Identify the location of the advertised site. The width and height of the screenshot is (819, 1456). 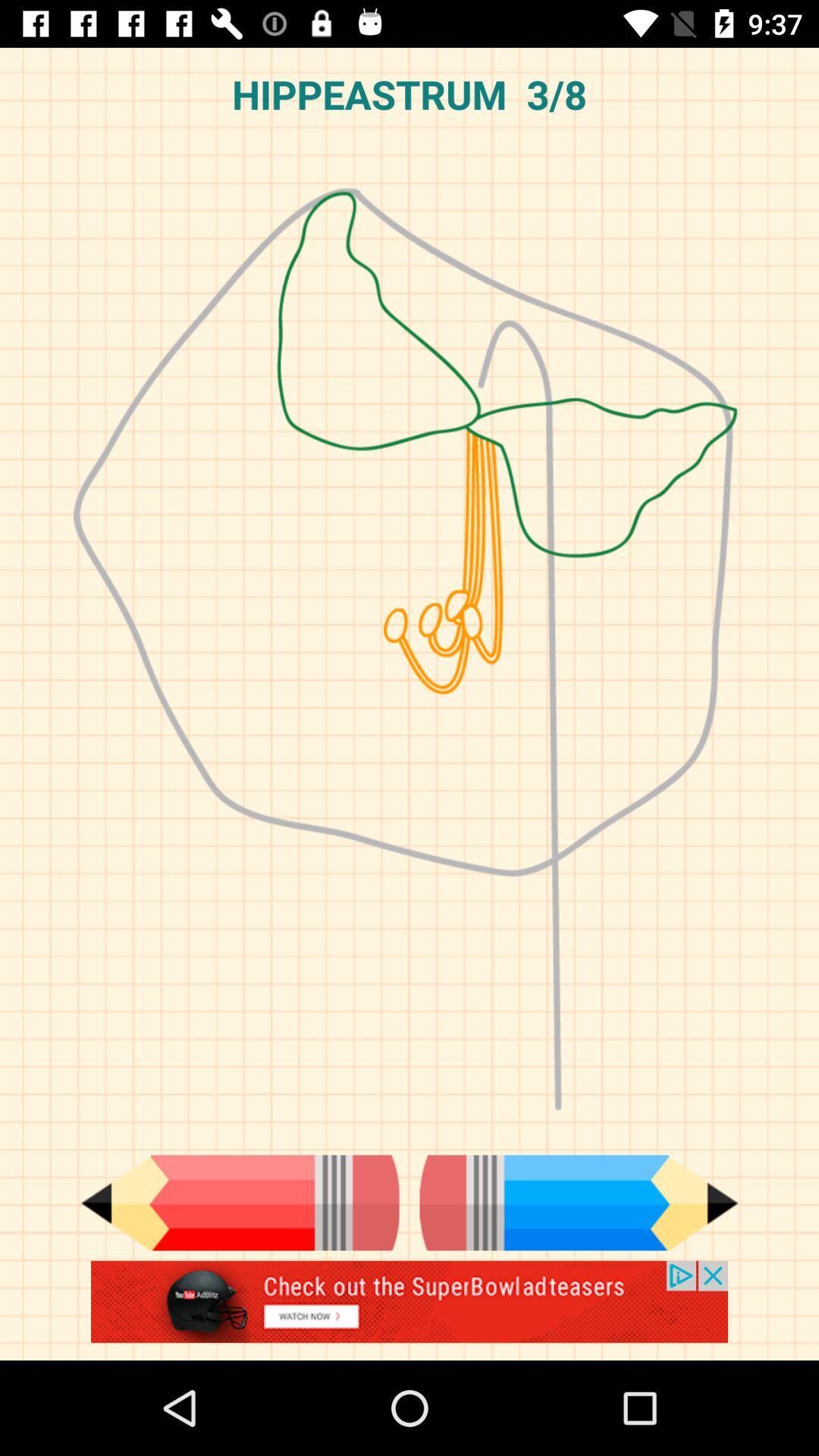
(409, 1310).